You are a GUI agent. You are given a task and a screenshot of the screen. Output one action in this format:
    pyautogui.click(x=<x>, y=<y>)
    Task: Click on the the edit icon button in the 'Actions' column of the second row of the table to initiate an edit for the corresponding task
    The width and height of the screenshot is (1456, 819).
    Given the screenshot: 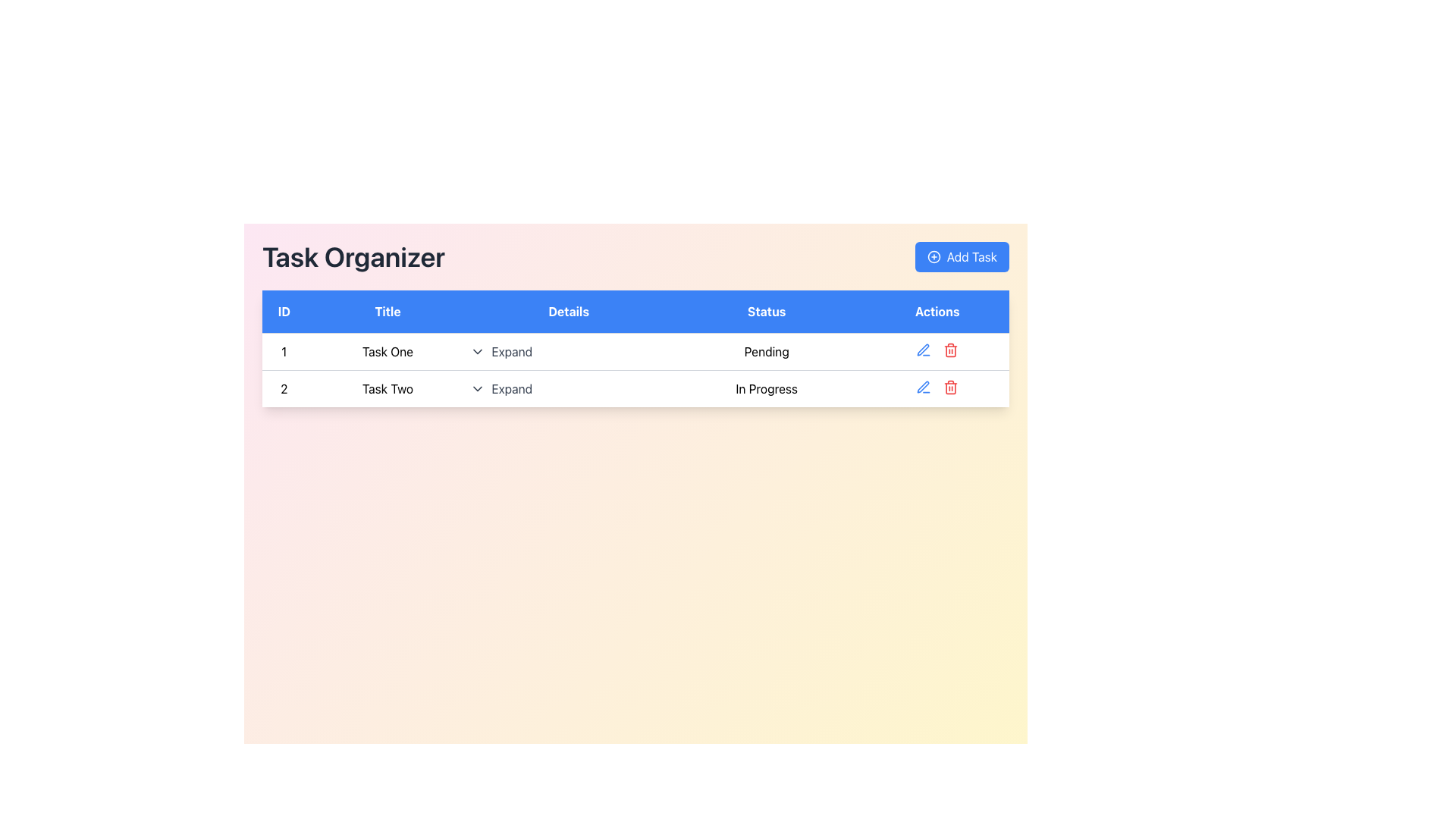 What is the action you would take?
    pyautogui.click(x=922, y=350)
    